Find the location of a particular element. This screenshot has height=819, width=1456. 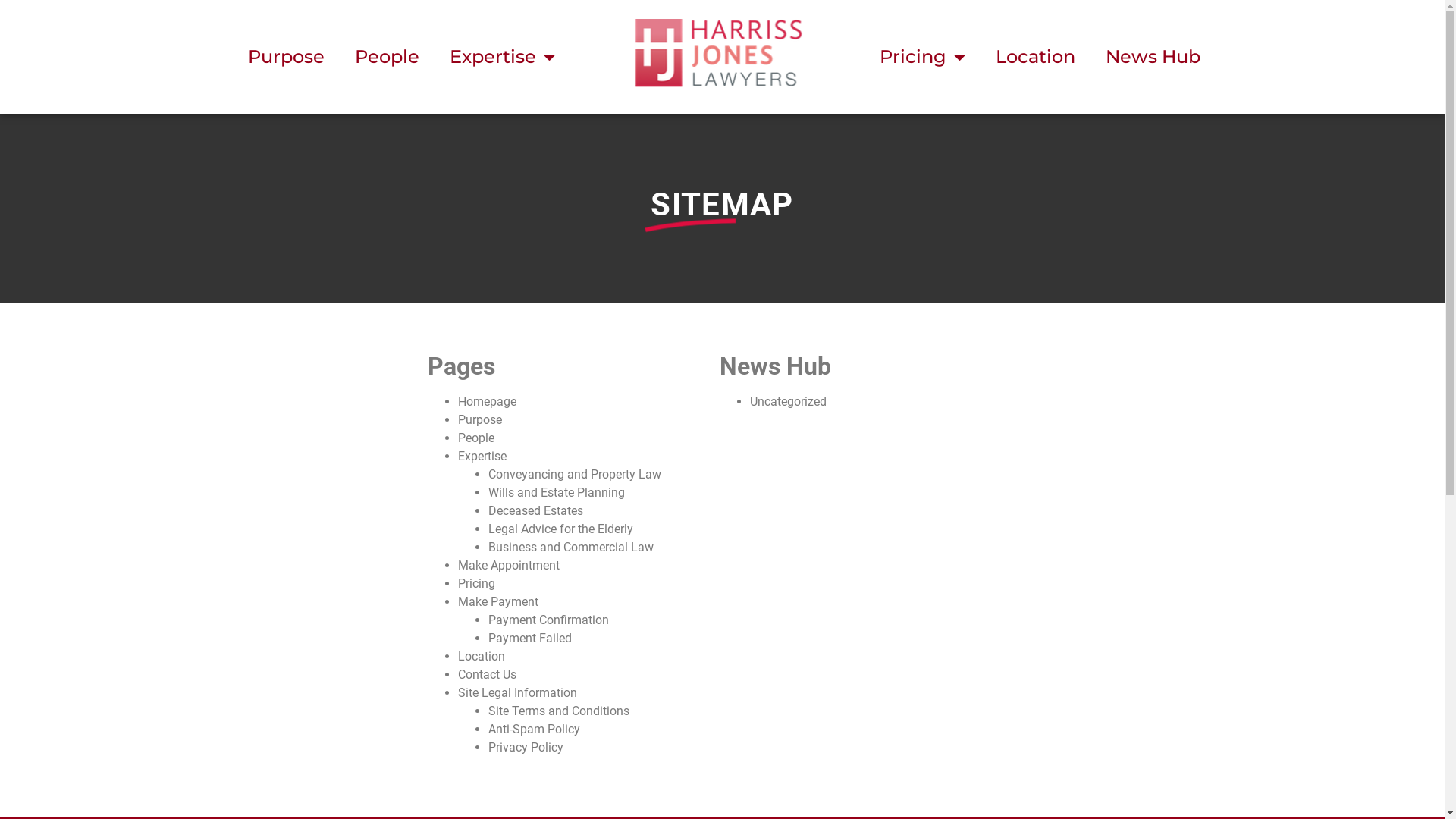

'Uncategorized' is located at coordinates (788, 400).